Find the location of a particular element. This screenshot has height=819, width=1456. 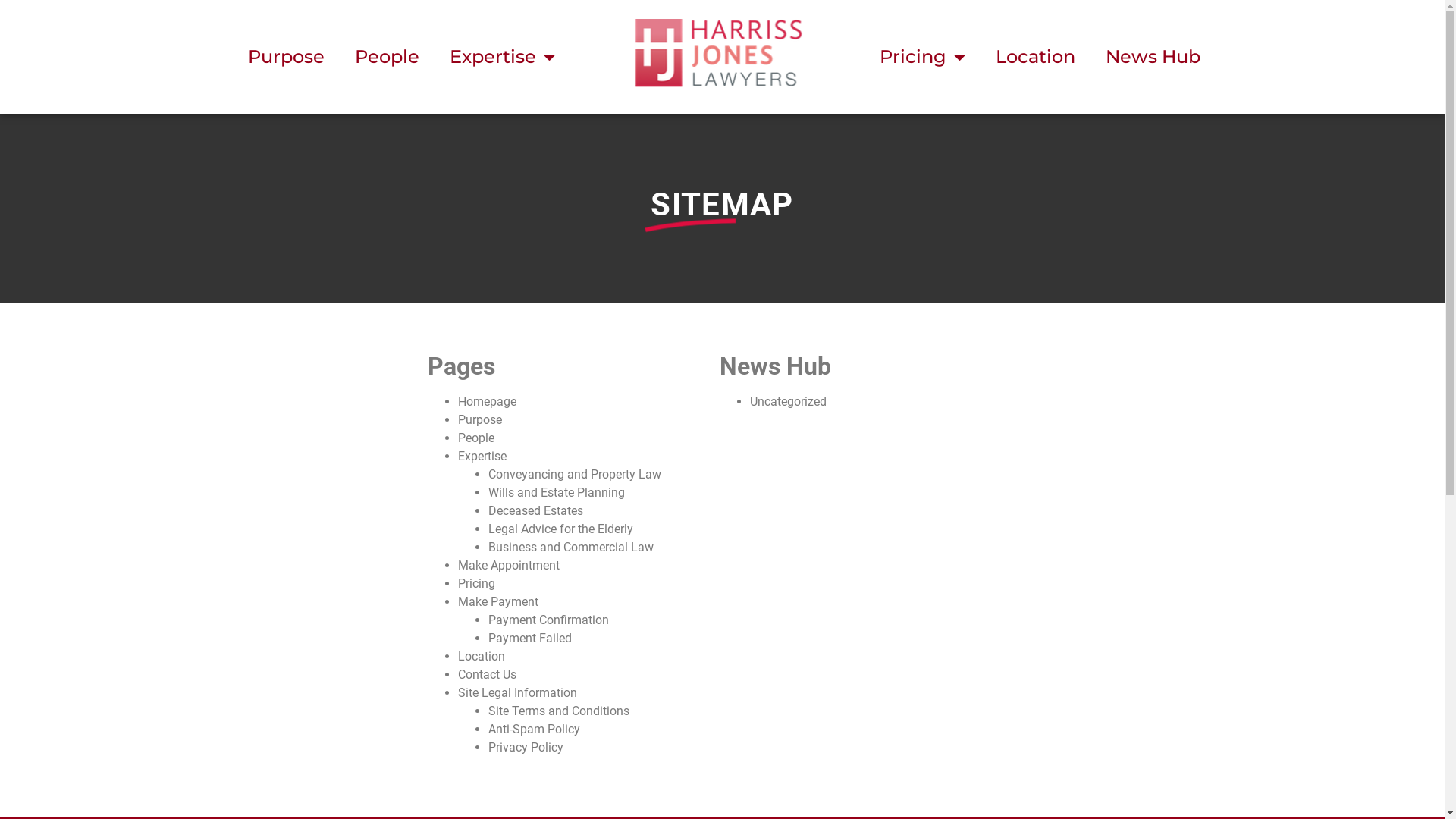

'Uncategorized' is located at coordinates (788, 400).